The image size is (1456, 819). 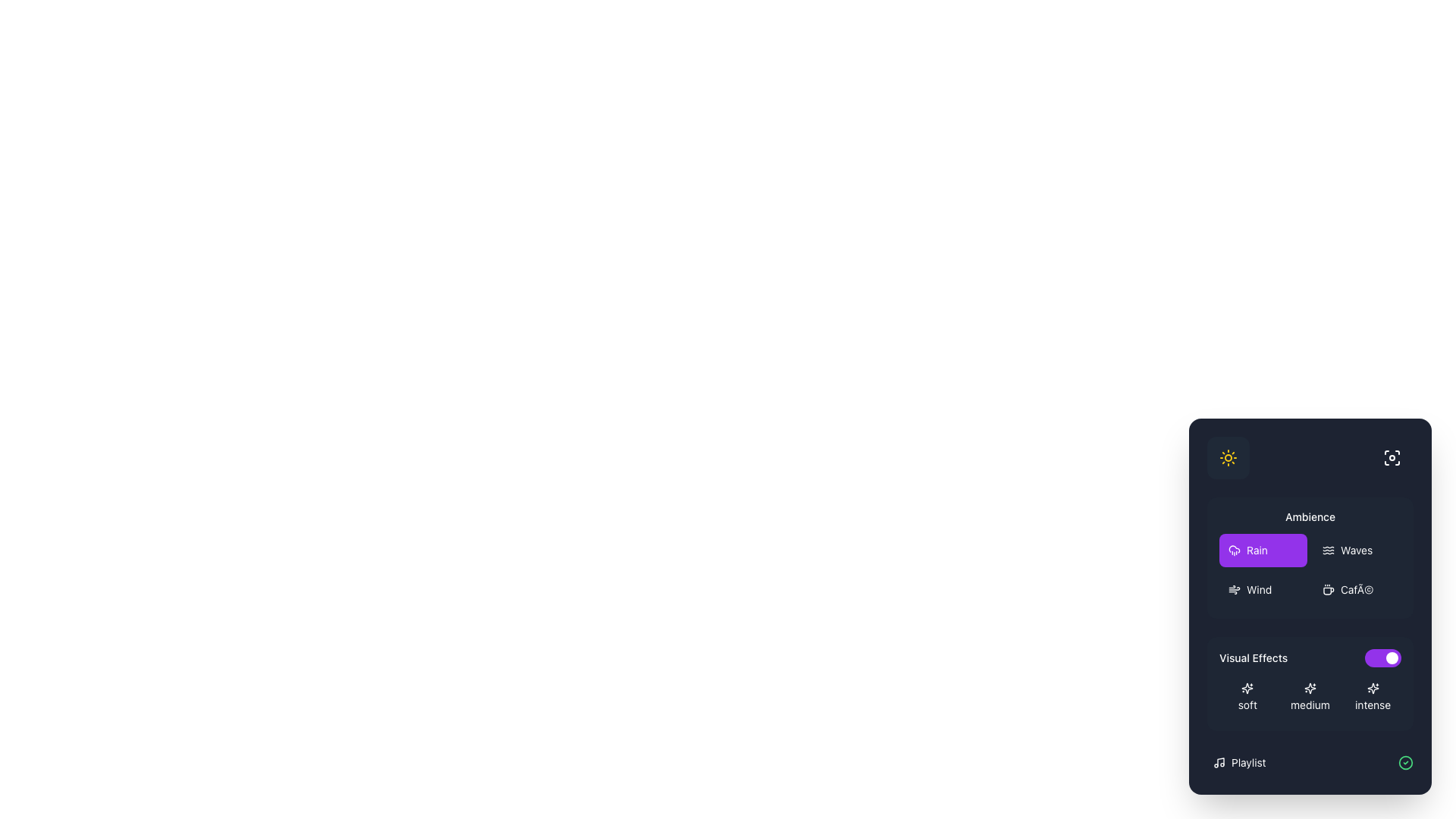 What do you see at coordinates (1357, 550) in the screenshot?
I see `the 'Waves' button, which is a rectangular button with a minimalist wave icon on the left and the text 'Waves' on the right, located in the top-right corner of the grid segment labeled 'Ambience'` at bounding box center [1357, 550].